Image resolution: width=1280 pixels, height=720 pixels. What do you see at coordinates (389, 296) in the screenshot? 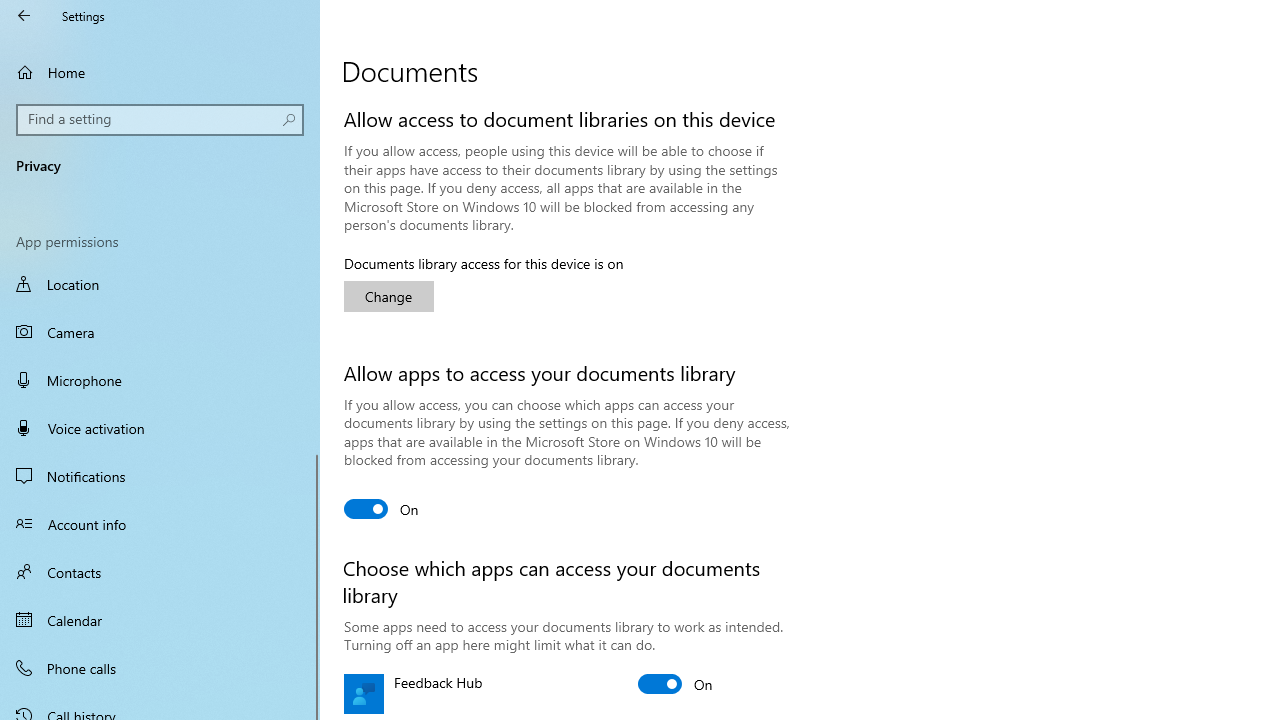
I see `'Change'` at bounding box center [389, 296].